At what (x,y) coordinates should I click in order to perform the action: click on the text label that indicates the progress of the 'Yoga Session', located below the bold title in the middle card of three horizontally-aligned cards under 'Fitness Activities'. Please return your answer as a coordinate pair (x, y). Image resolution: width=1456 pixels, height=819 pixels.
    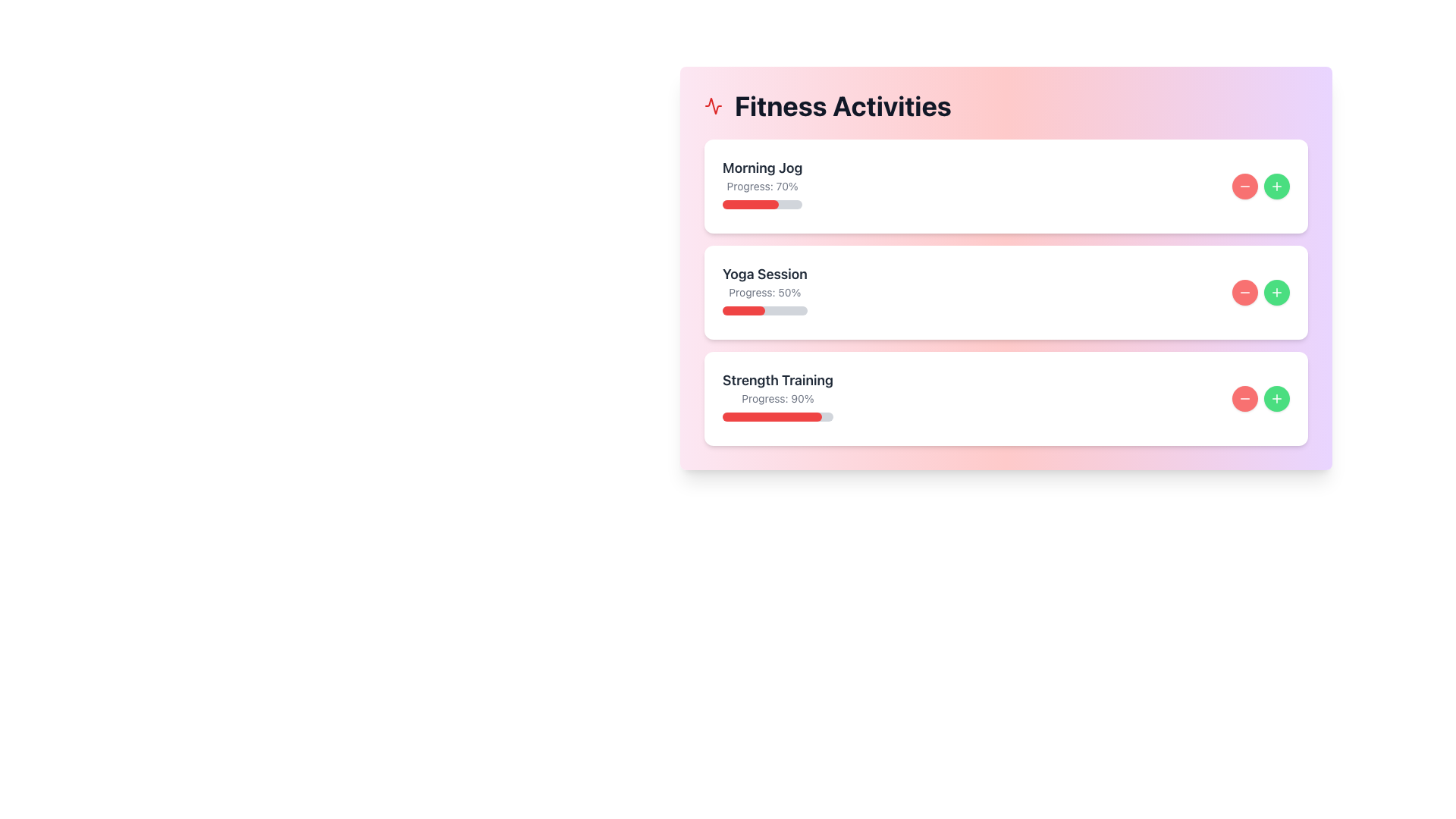
    Looking at the image, I should click on (764, 292).